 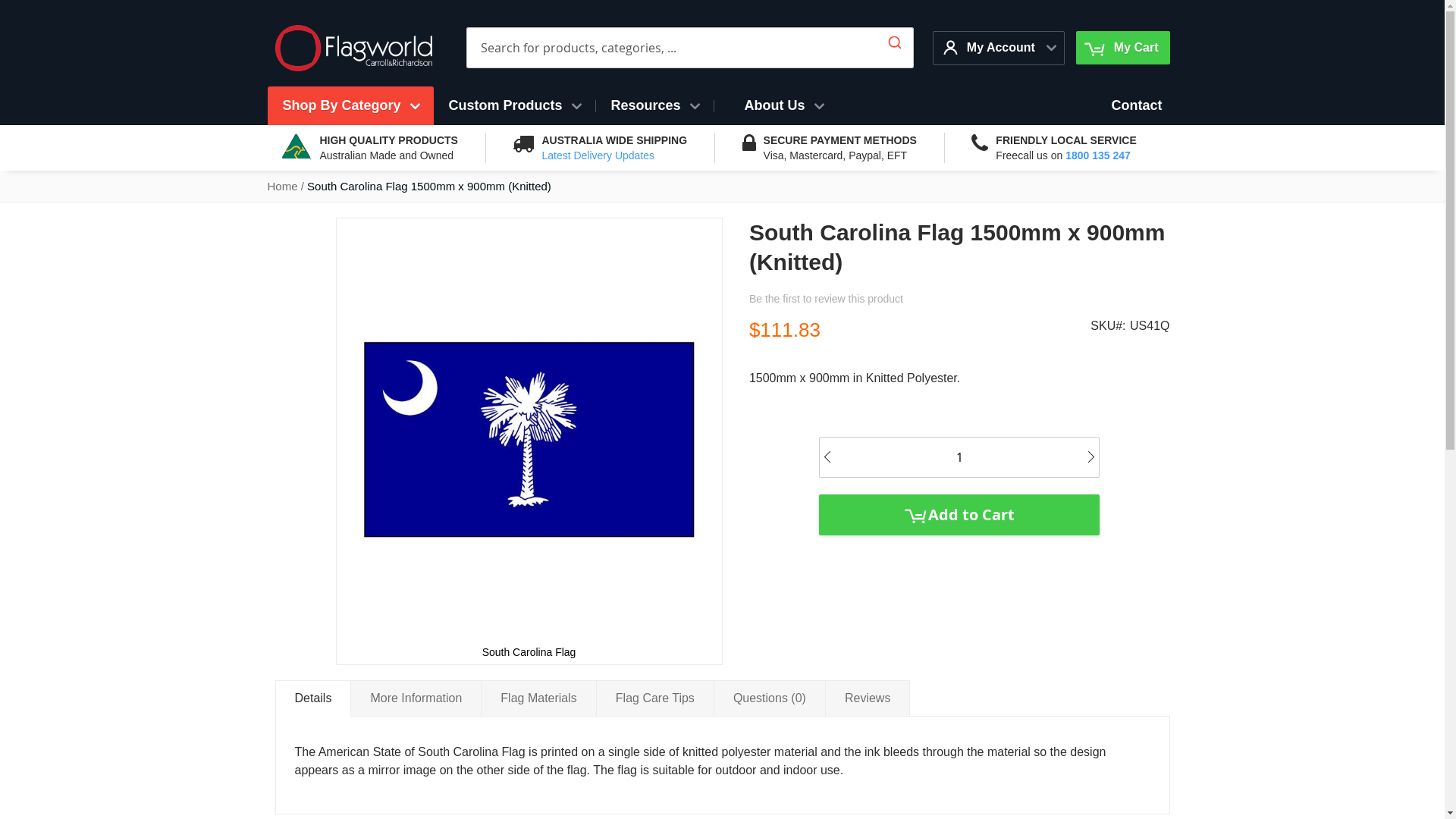 What do you see at coordinates (655, 698) in the screenshot?
I see `'Flag Care Tips'` at bounding box center [655, 698].